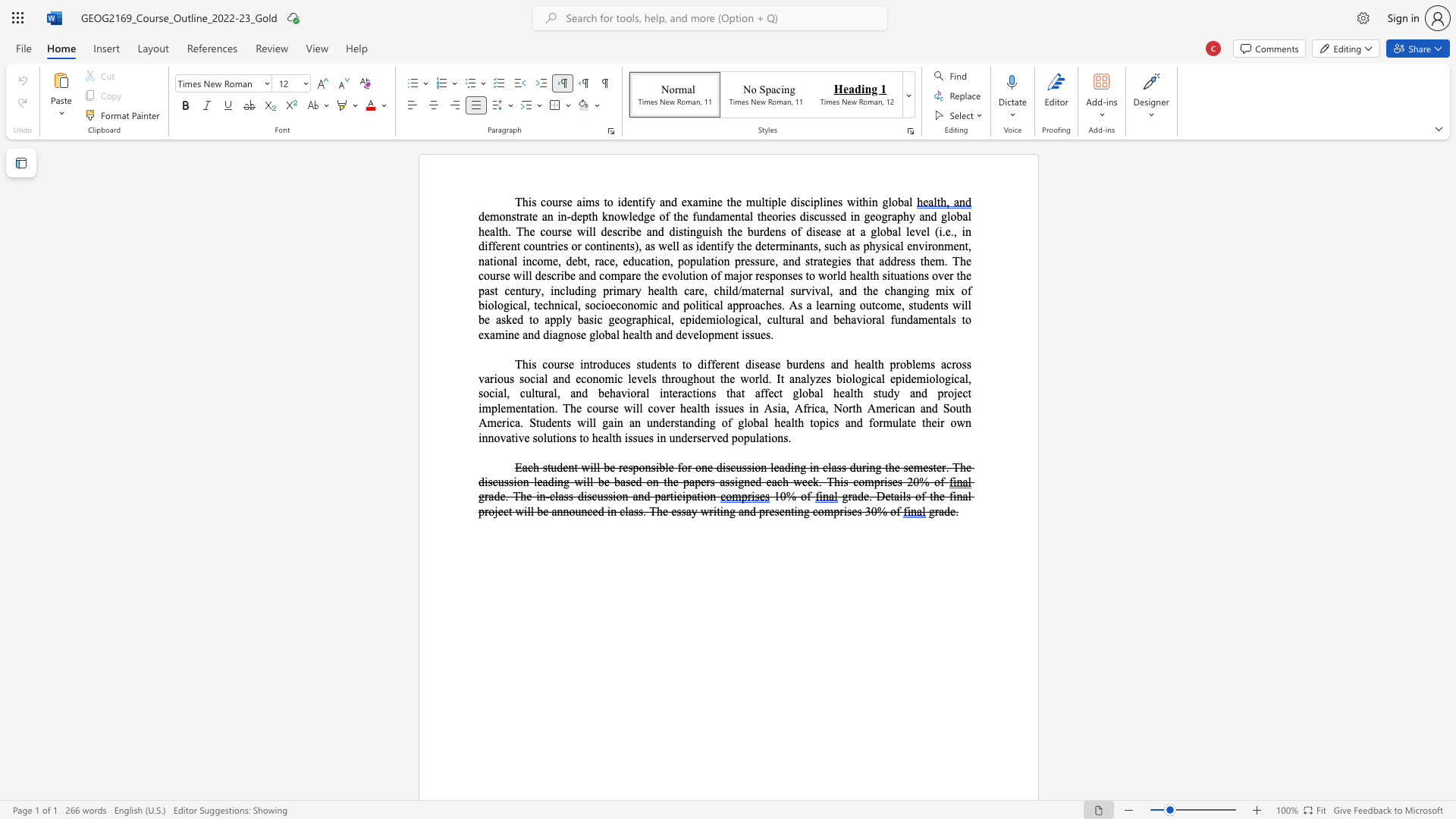  What do you see at coordinates (618, 305) in the screenshot?
I see `the 2th character "c" in the text` at bounding box center [618, 305].